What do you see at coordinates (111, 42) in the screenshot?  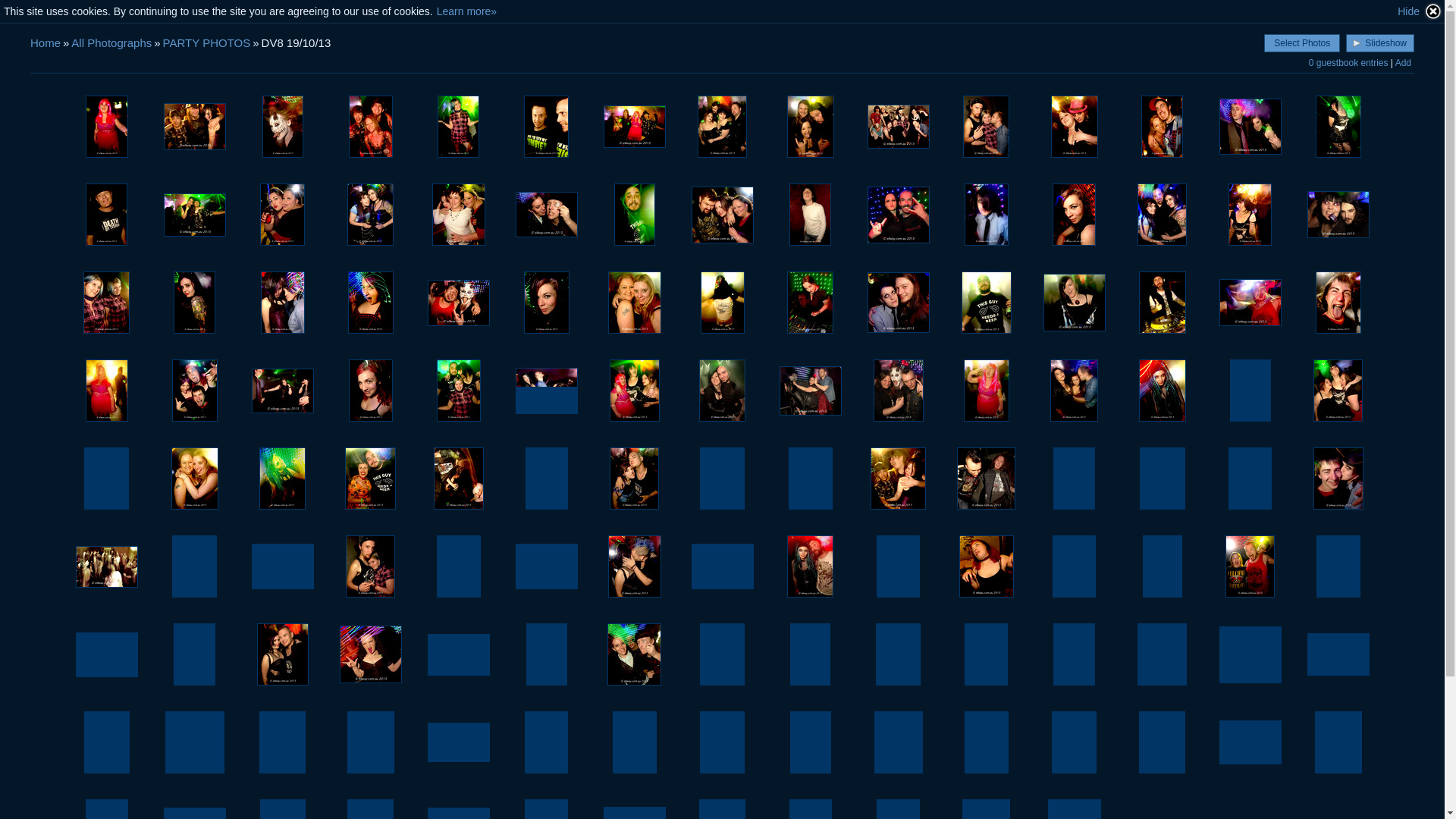 I see `'All Photographs'` at bounding box center [111, 42].